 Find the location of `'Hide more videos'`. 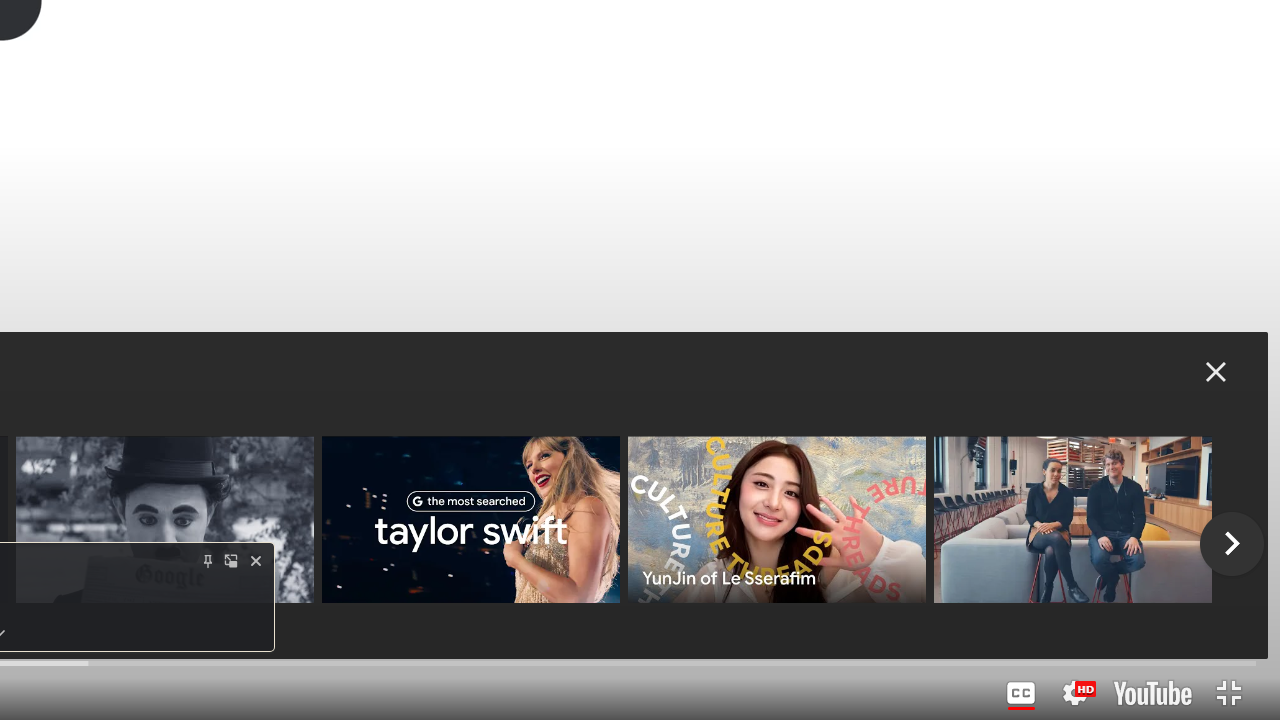

'Hide more videos' is located at coordinates (1215, 371).